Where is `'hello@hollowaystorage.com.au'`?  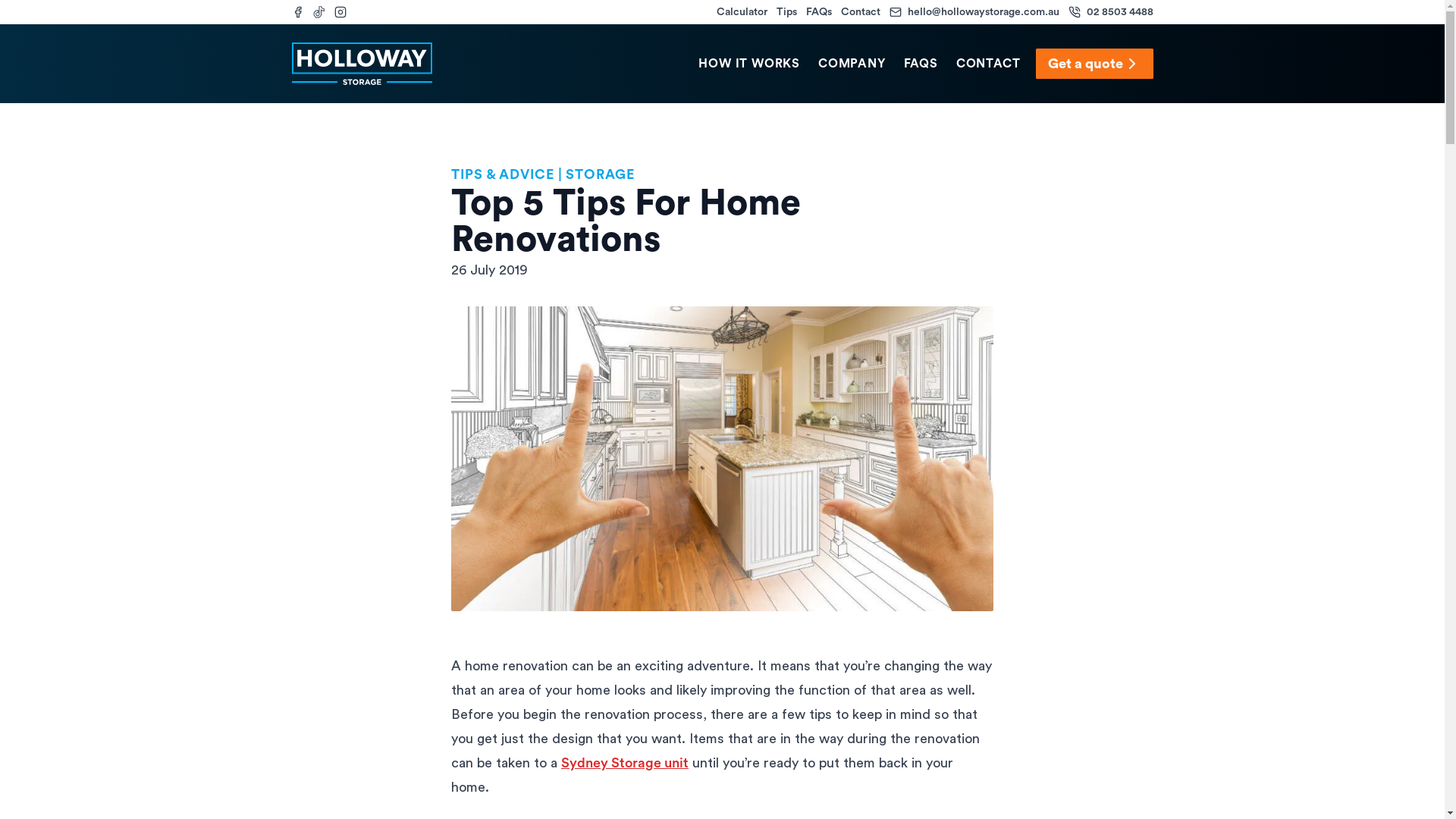
'hello@hollowaystorage.com.au' is located at coordinates (973, 11).